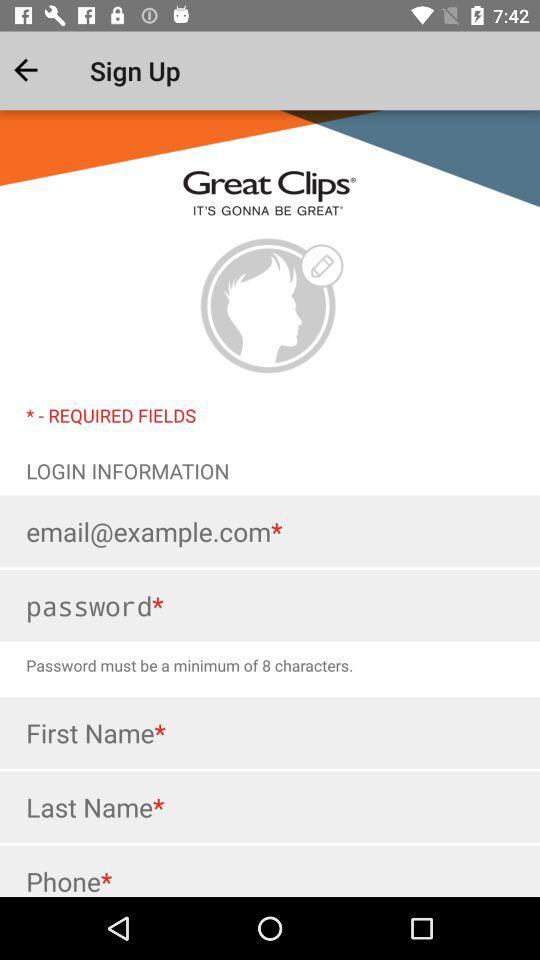  Describe the element at coordinates (270, 604) in the screenshot. I see `password` at that location.